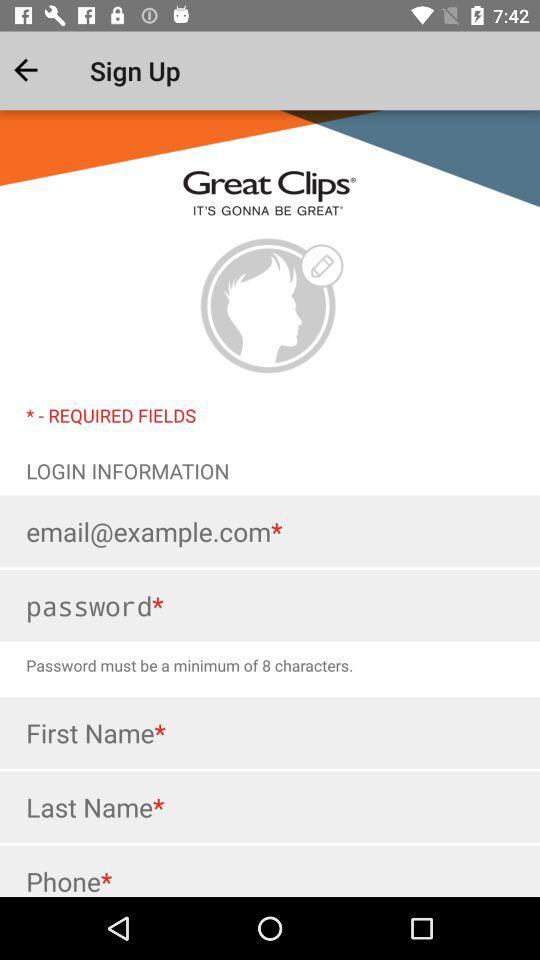  Describe the element at coordinates (270, 604) in the screenshot. I see `password` at that location.